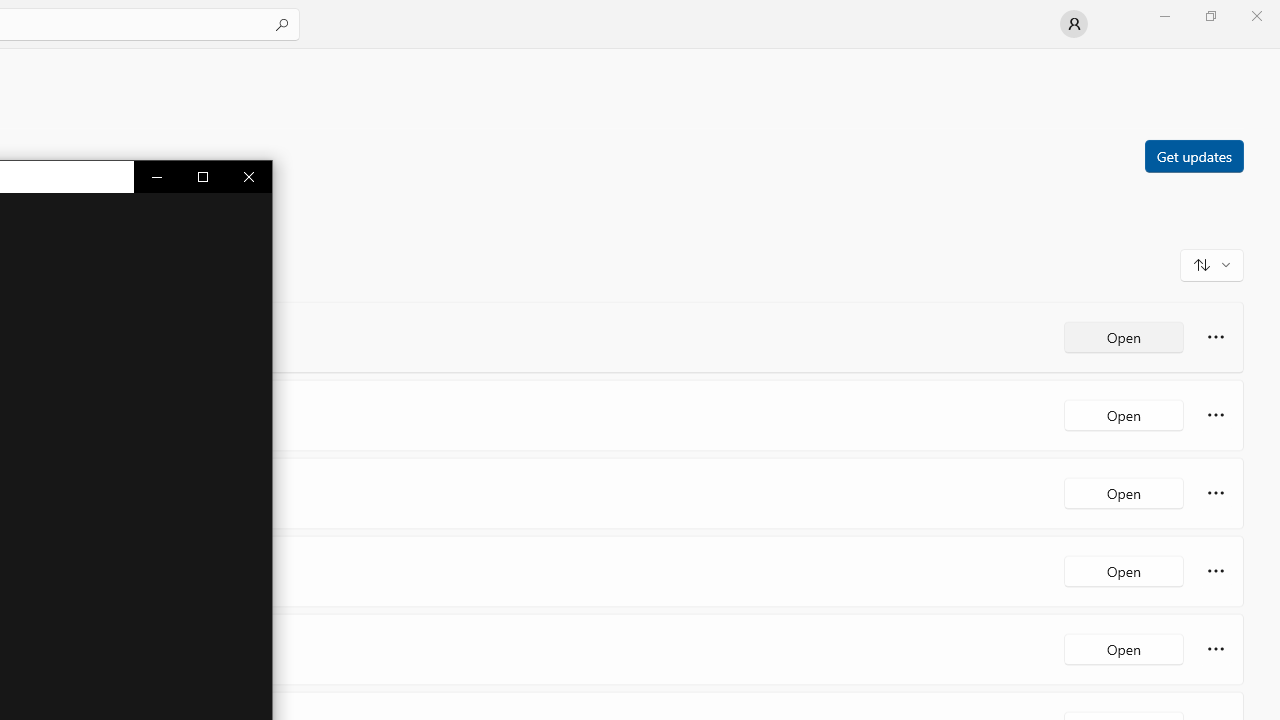 The width and height of the screenshot is (1280, 720). I want to click on 'Maximize Xbox Console Companion', so click(203, 176).